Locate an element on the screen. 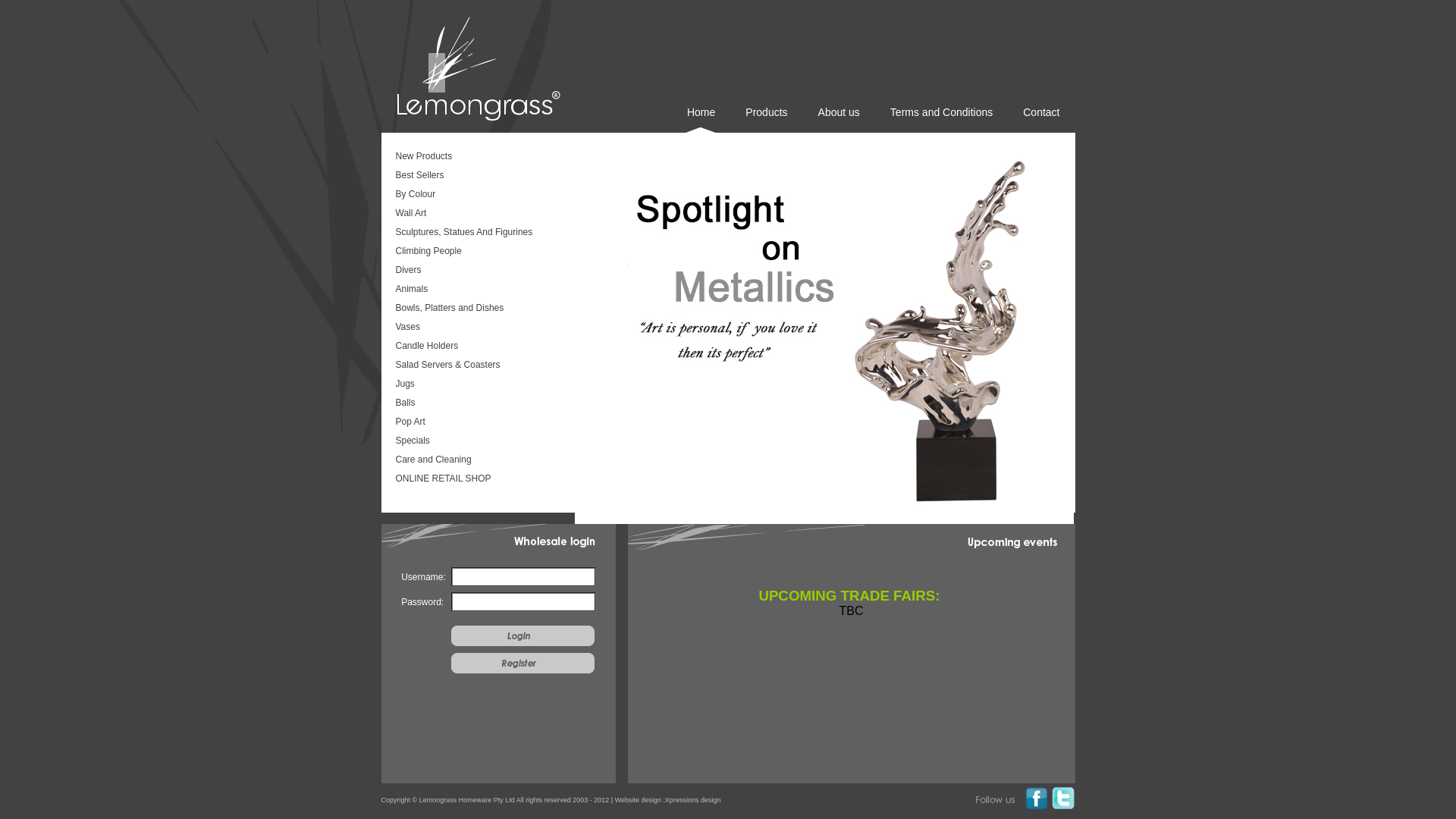 Image resolution: width=1456 pixels, height=819 pixels. 'Pop Art' is located at coordinates (475, 423).